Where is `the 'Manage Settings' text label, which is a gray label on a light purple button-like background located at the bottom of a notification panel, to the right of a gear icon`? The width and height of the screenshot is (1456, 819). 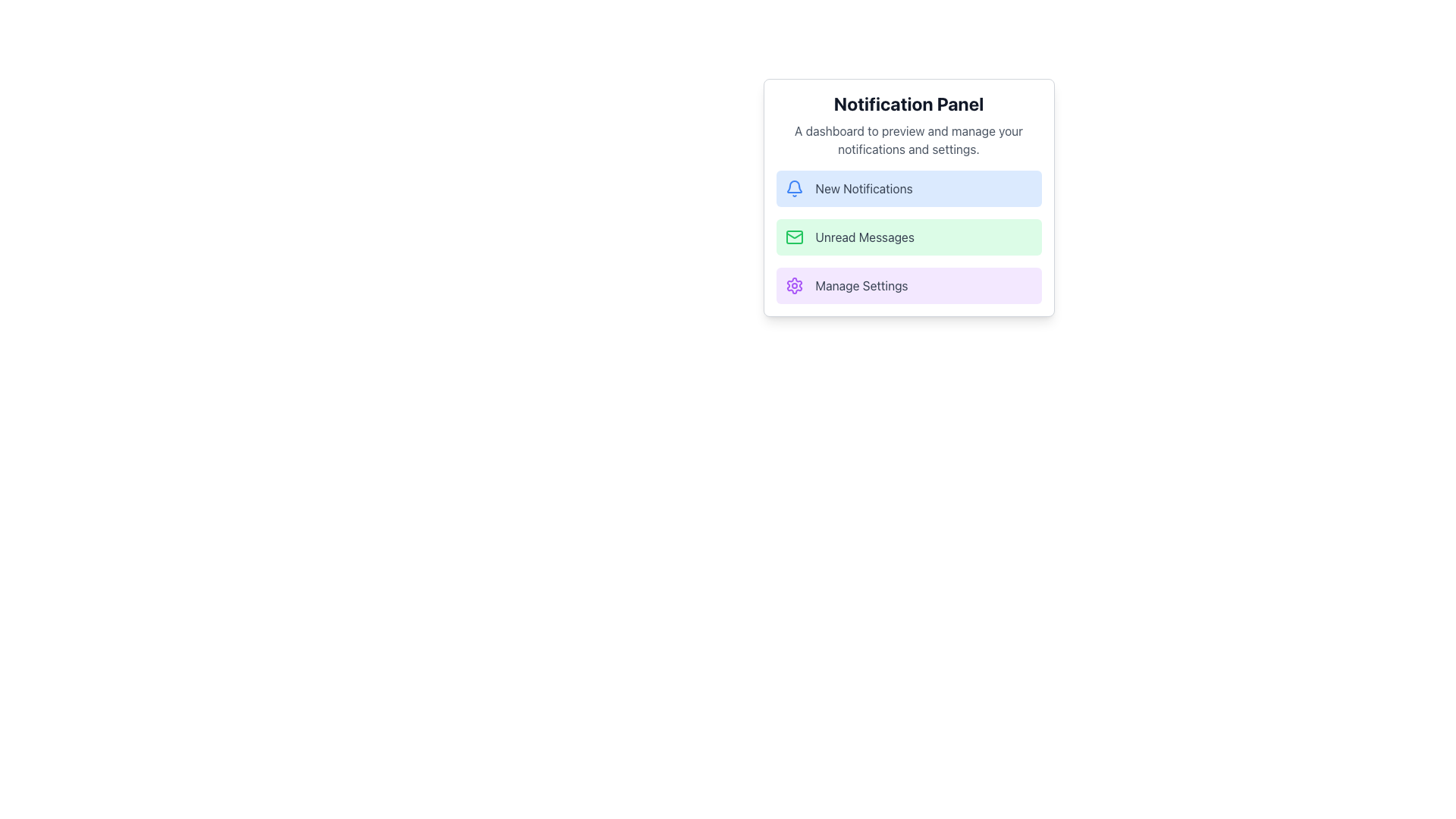
the 'Manage Settings' text label, which is a gray label on a light purple button-like background located at the bottom of a notification panel, to the right of a gear icon is located at coordinates (861, 286).